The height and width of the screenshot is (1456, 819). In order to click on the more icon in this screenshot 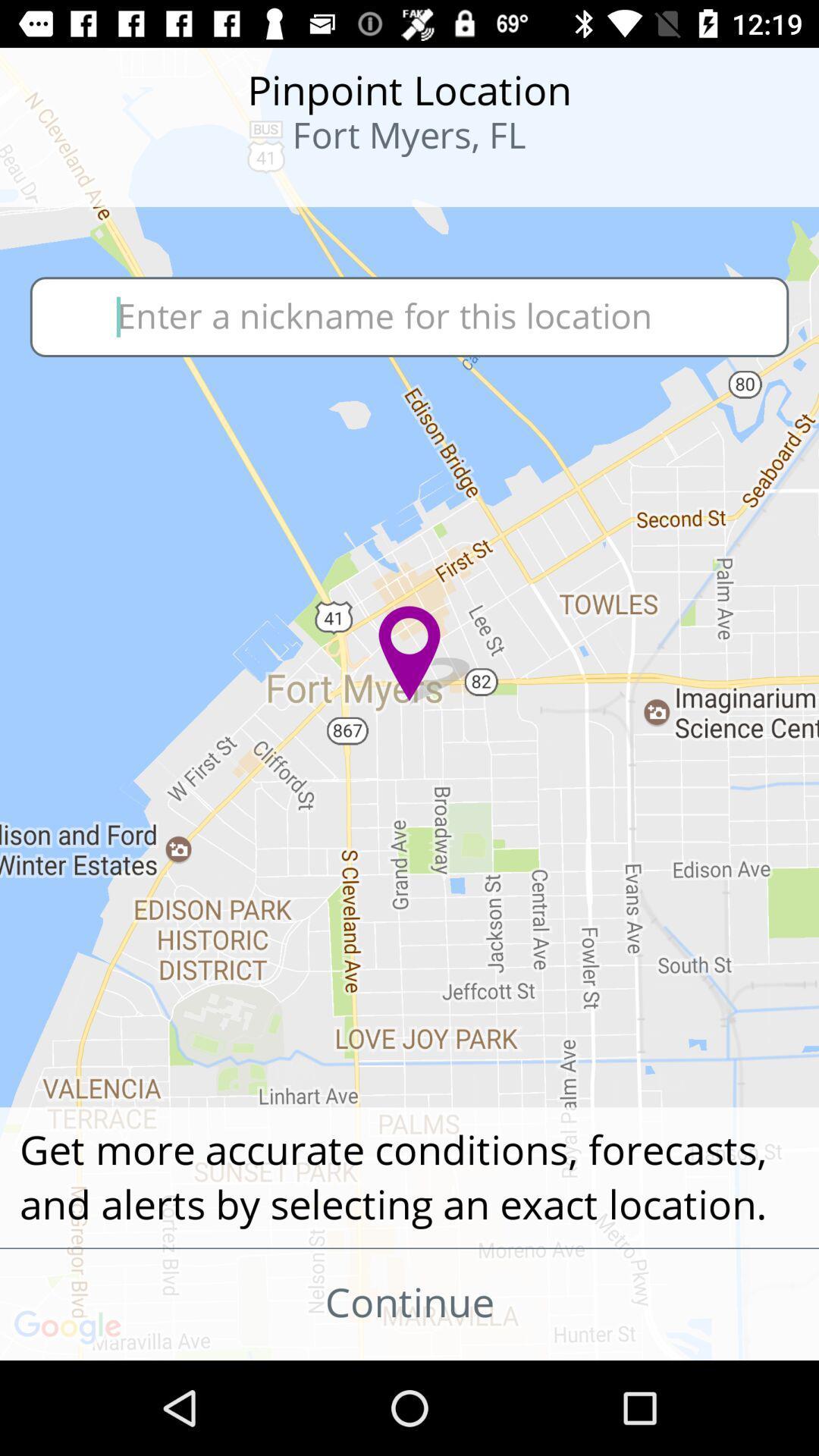, I will do `click(99, 182)`.